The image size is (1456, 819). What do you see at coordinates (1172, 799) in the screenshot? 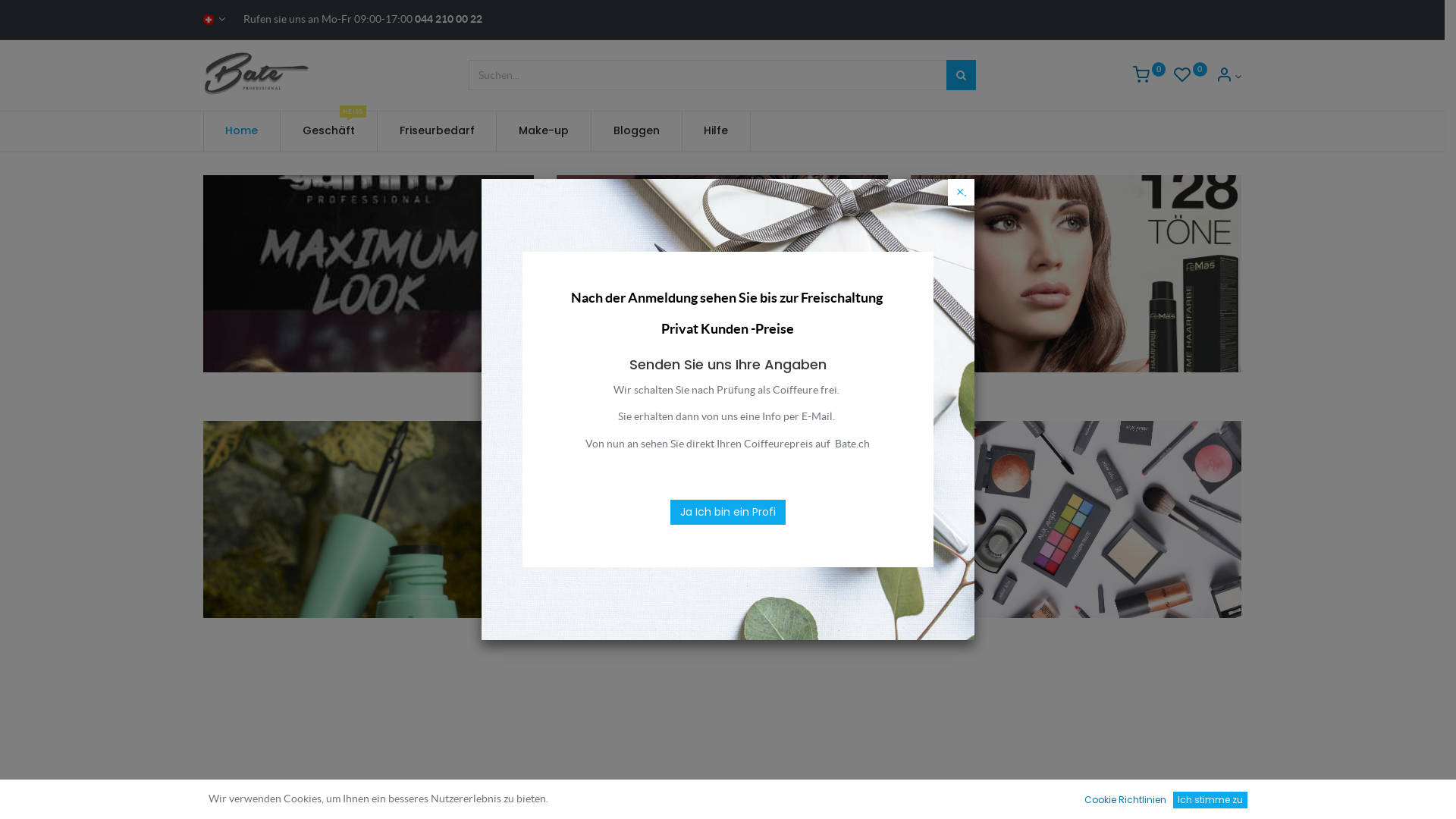
I see `'Ich stimme zu'` at bounding box center [1172, 799].